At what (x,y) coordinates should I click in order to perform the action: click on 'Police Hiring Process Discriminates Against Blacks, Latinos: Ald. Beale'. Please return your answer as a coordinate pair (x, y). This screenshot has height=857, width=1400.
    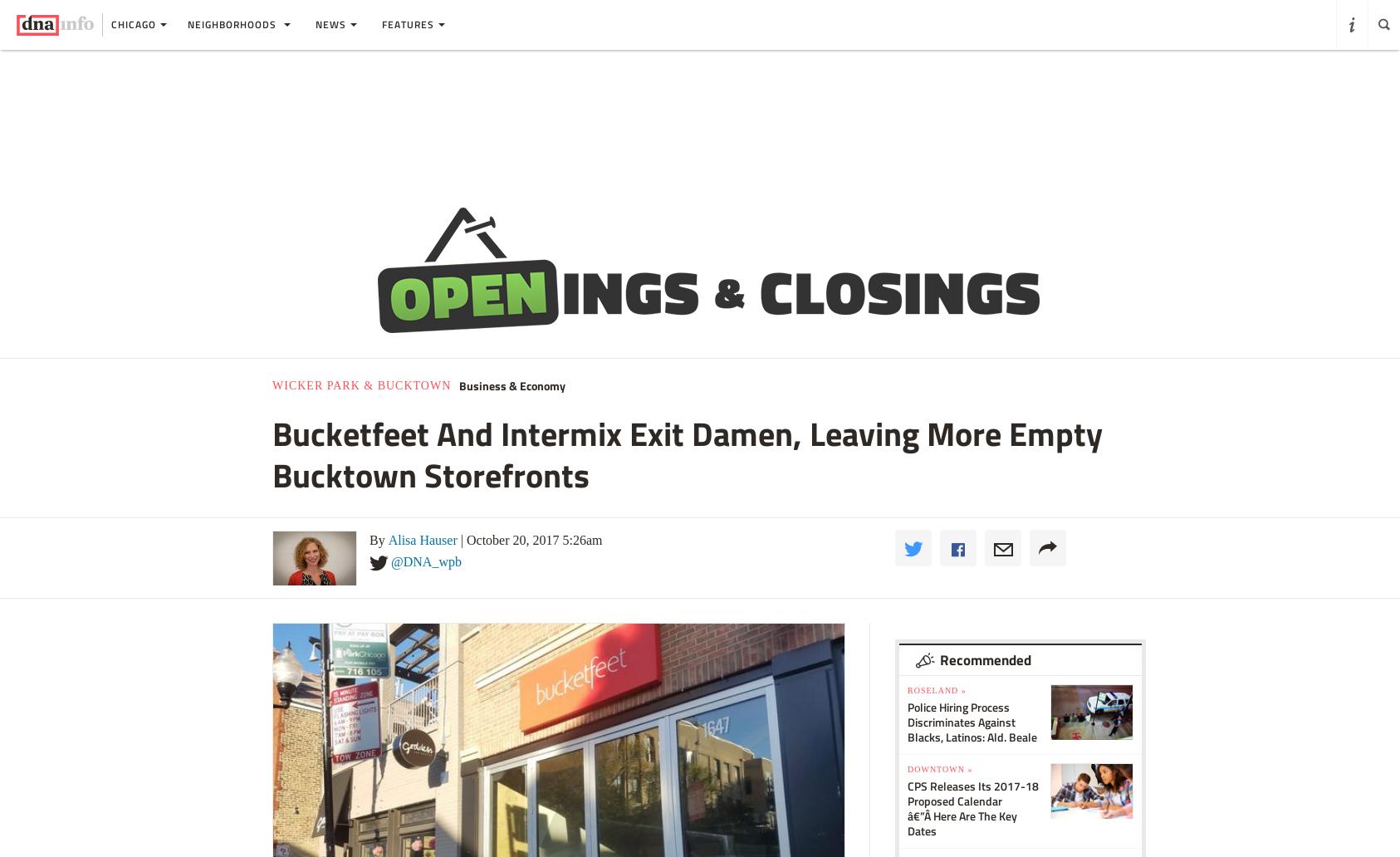
    Looking at the image, I should click on (971, 721).